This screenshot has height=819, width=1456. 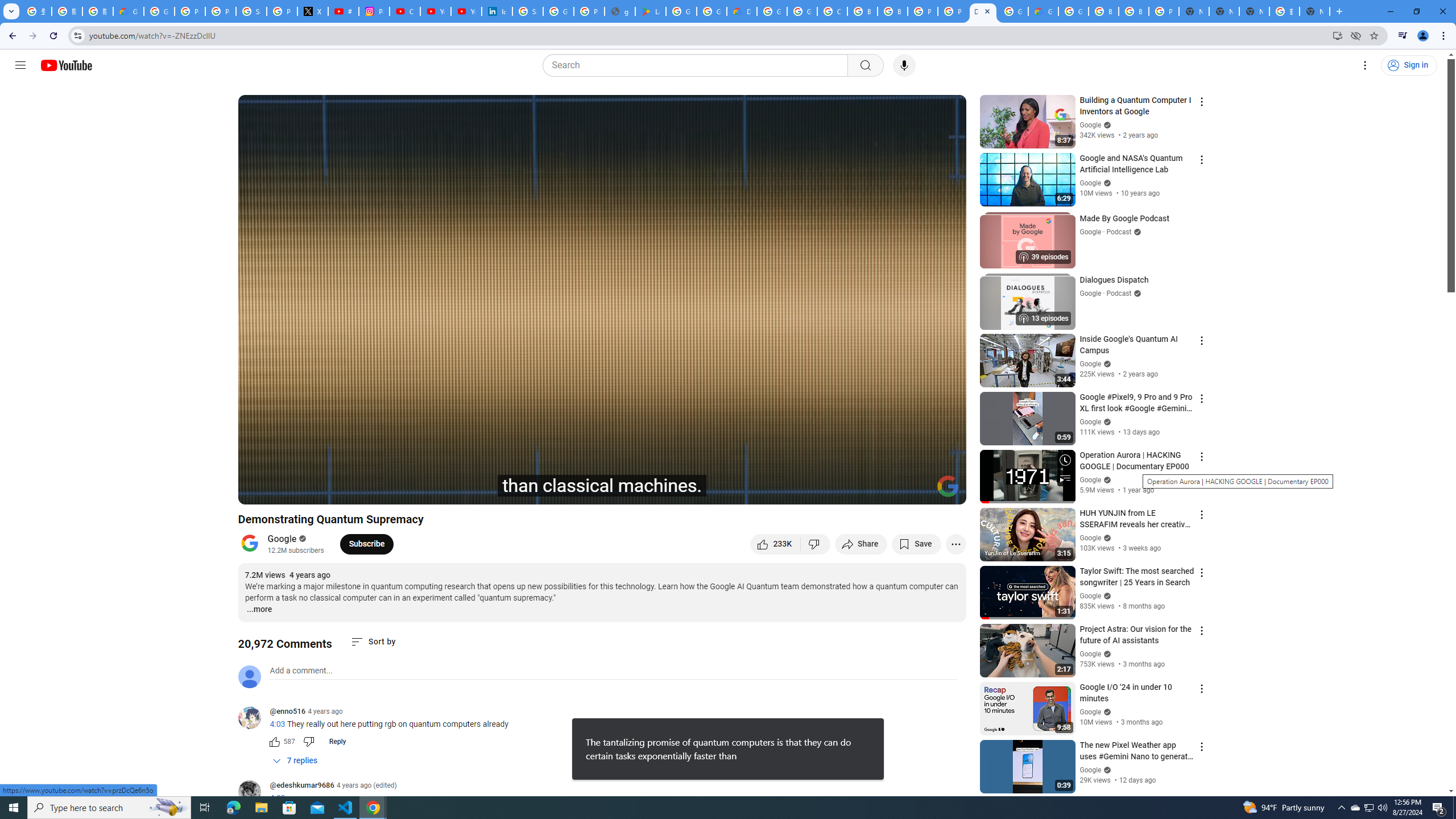 What do you see at coordinates (466, 11) in the screenshot?
I see `'YouTube Culture & Trends - YouTube Top 10, 2021'` at bounding box center [466, 11].